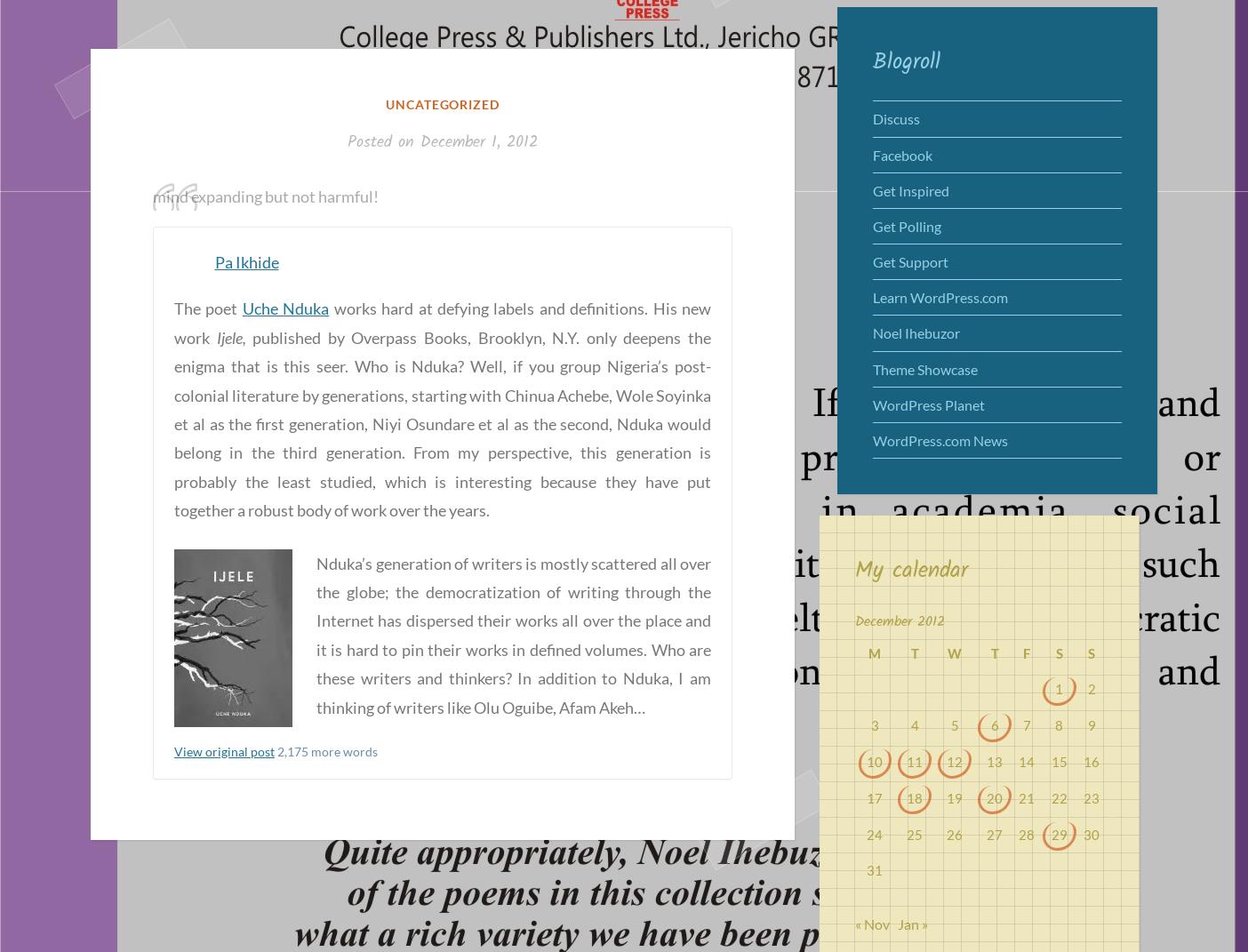  I want to click on '3', so click(874, 724).